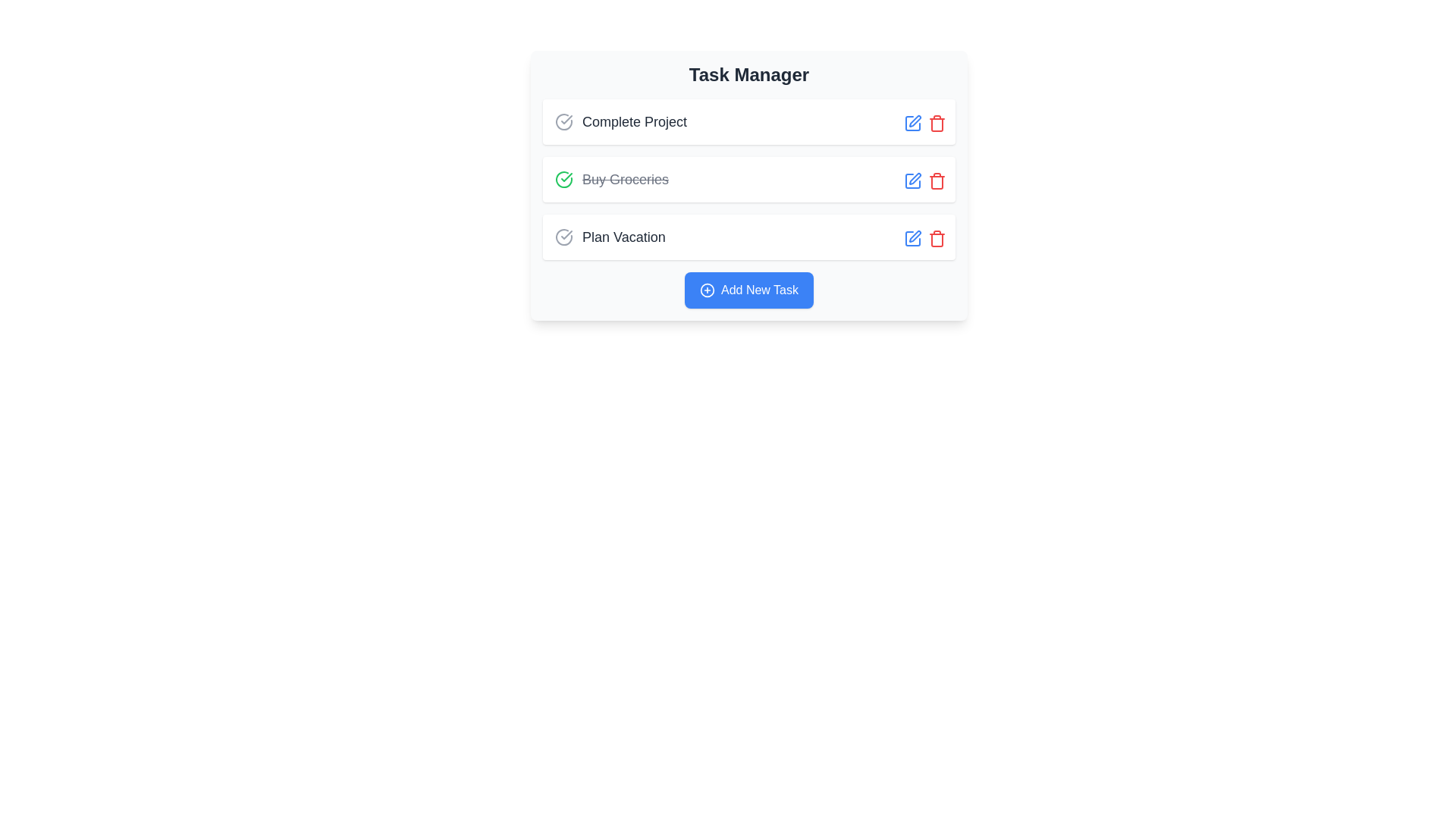 The height and width of the screenshot is (819, 1456). What do you see at coordinates (912, 180) in the screenshot?
I see `the edit icon located to the right of the 'Buy Groceries' task row` at bounding box center [912, 180].